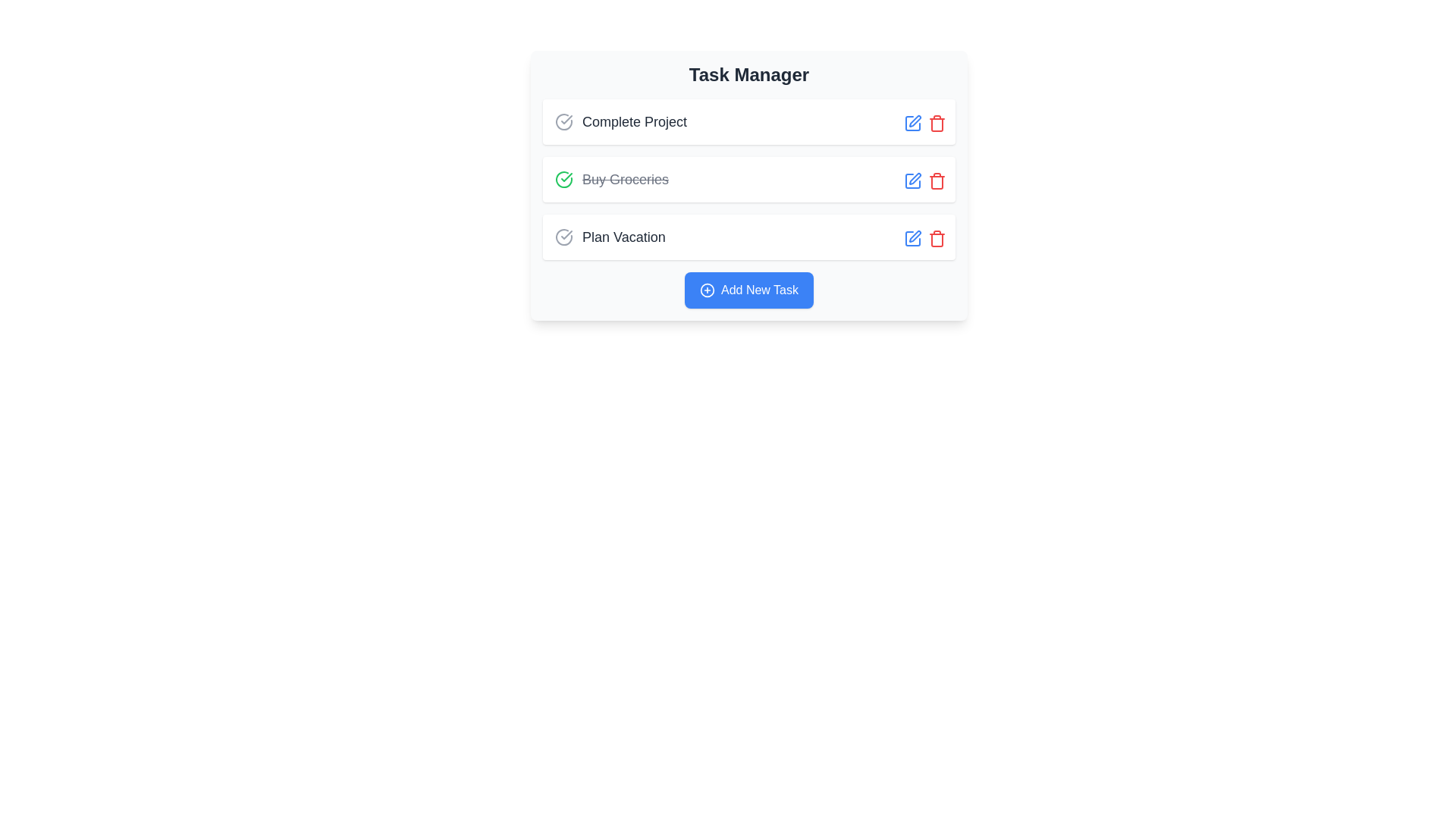 The height and width of the screenshot is (819, 1456). What do you see at coordinates (912, 180) in the screenshot?
I see `the edit icon located to the right of the 'Buy Groceries' task row` at bounding box center [912, 180].